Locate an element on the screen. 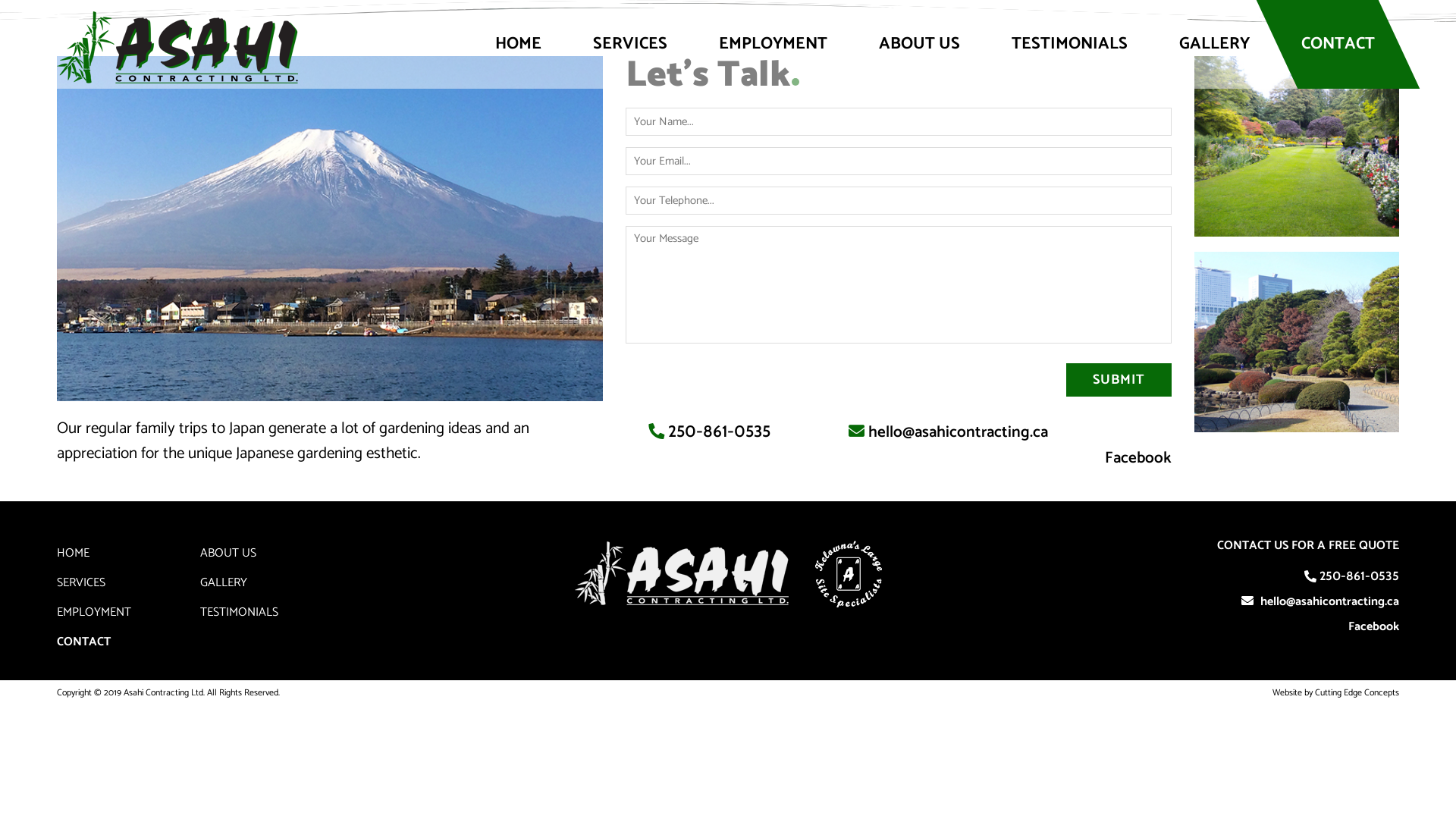 The height and width of the screenshot is (819, 1456). 'Cutting Edge Concepts' is located at coordinates (1357, 692).